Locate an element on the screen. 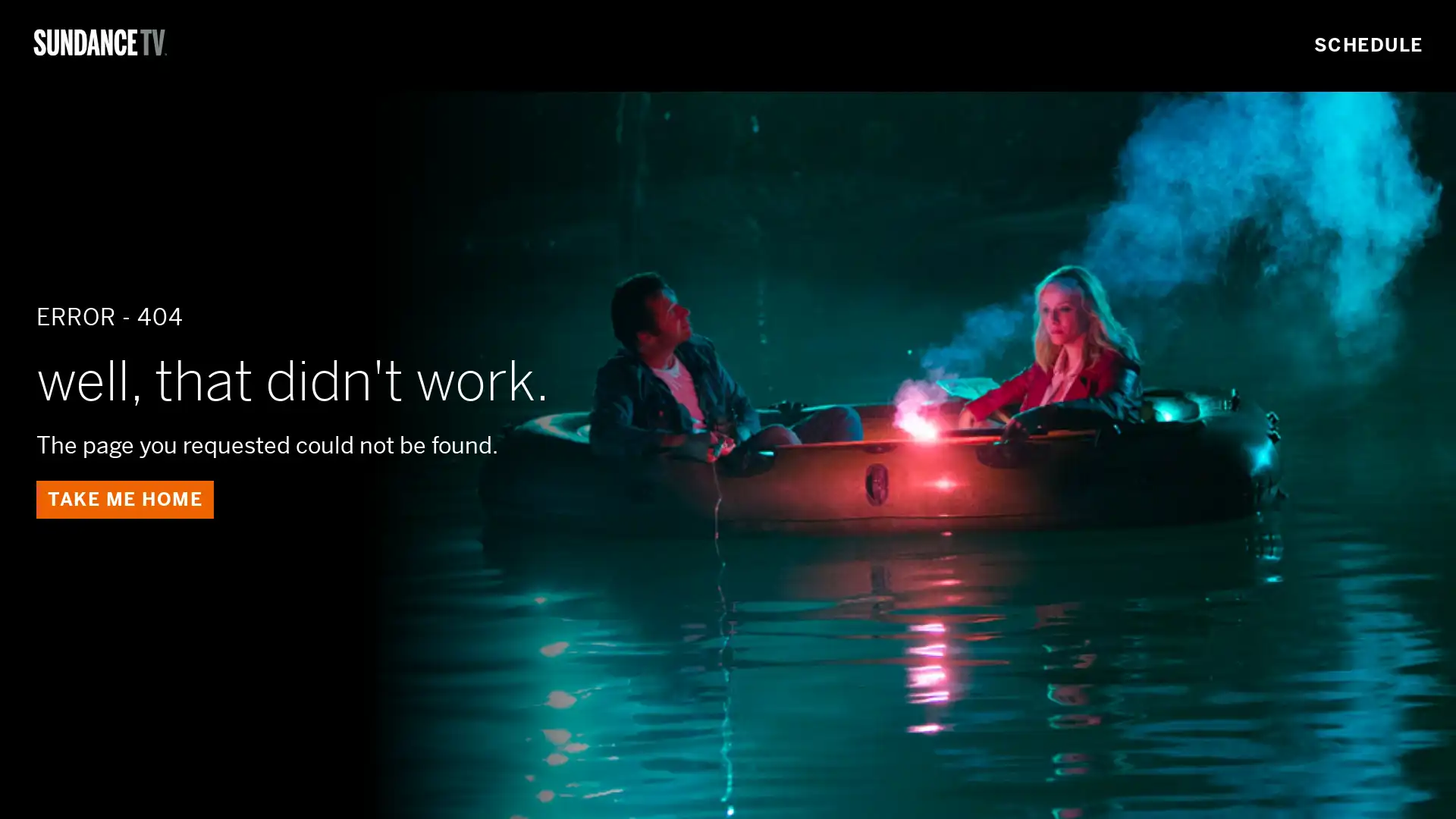  TAKE ME HOME is located at coordinates (124, 499).